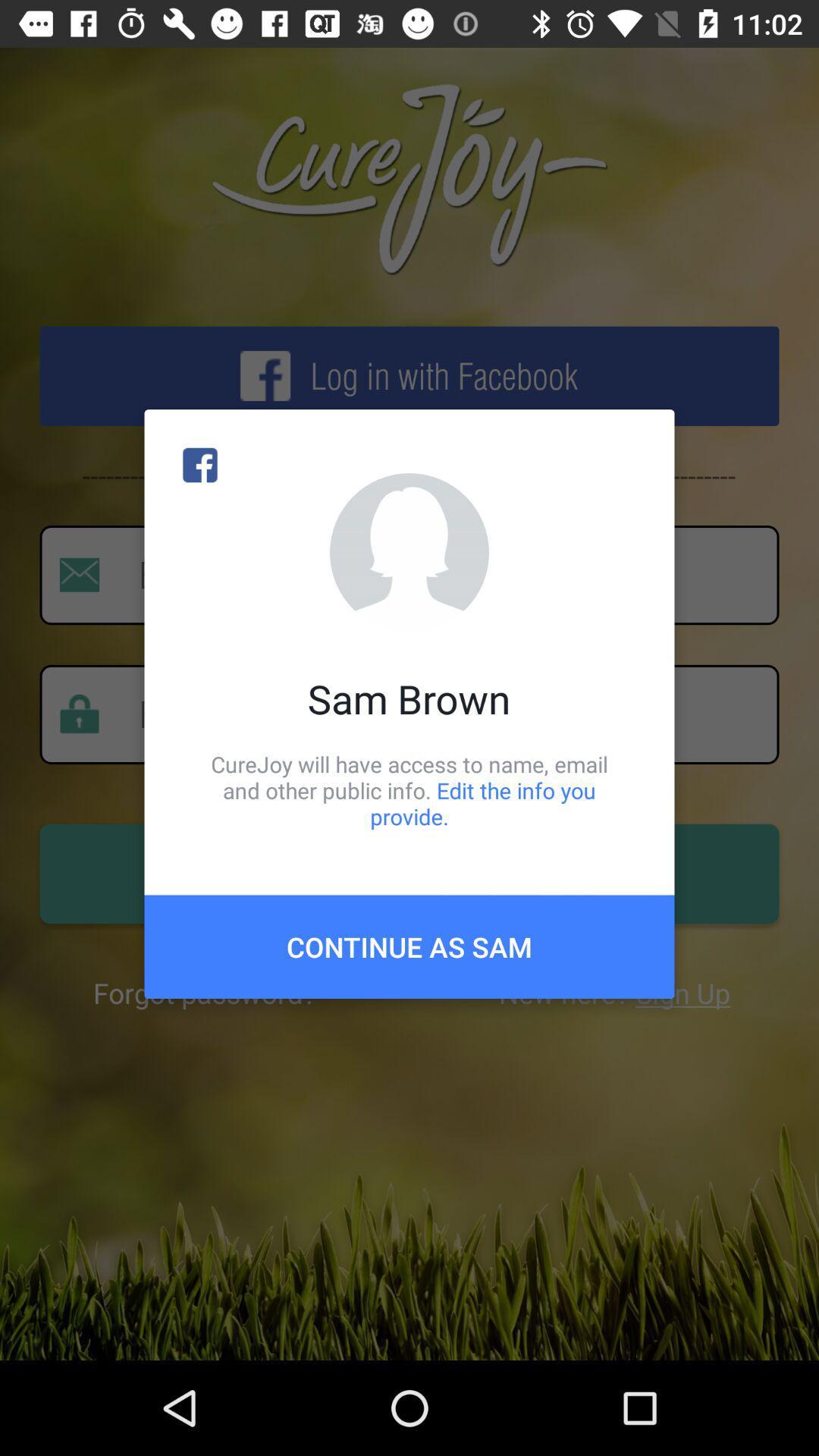 The height and width of the screenshot is (1456, 819). Describe the element at coordinates (409, 789) in the screenshot. I see `the icon above the continue as sam item` at that location.